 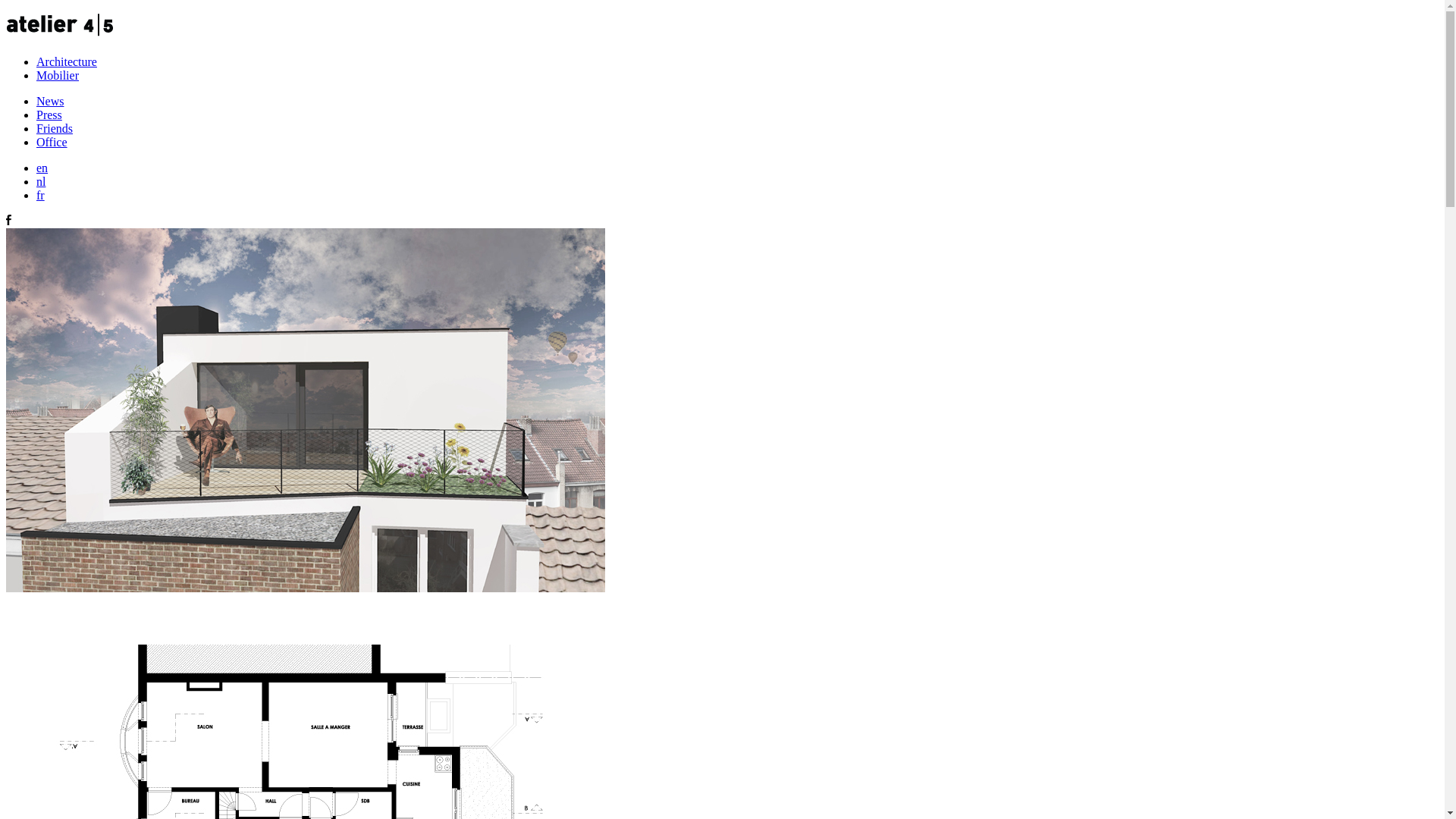 What do you see at coordinates (36, 168) in the screenshot?
I see `'en'` at bounding box center [36, 168].